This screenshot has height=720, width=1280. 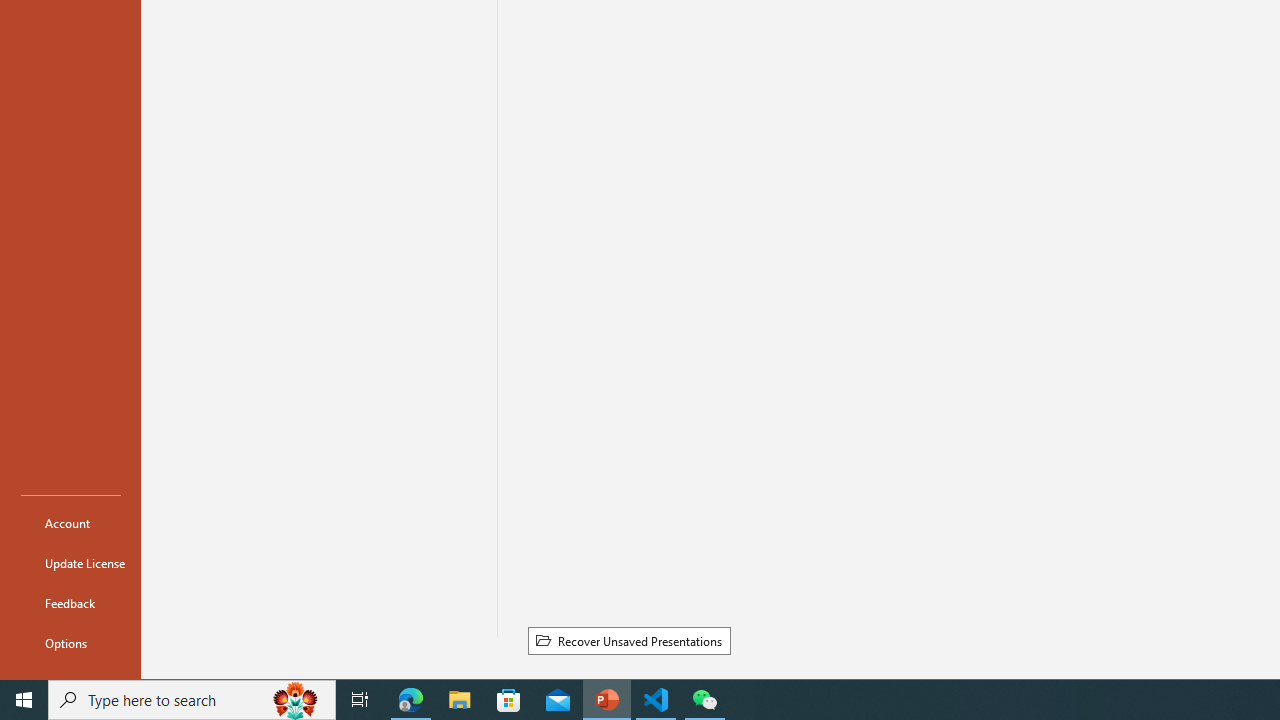 What do you see at coordinates (71, 602) in the screenshot?
I see `'Feedback'` at bounding box center [71, 602].